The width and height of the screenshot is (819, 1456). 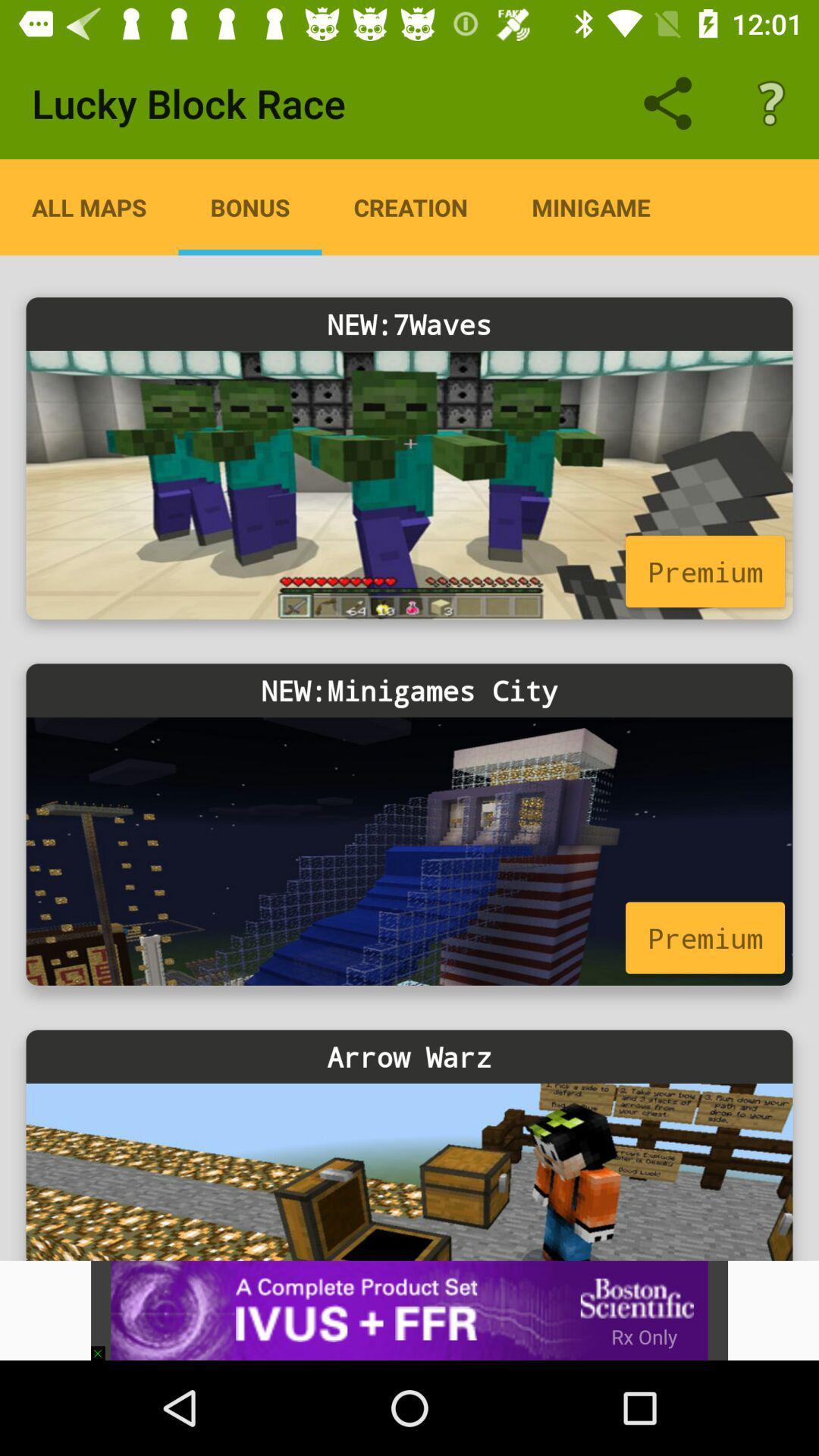 I want to click on the item to the right of the bonus icon, so click(x=410, y=206).